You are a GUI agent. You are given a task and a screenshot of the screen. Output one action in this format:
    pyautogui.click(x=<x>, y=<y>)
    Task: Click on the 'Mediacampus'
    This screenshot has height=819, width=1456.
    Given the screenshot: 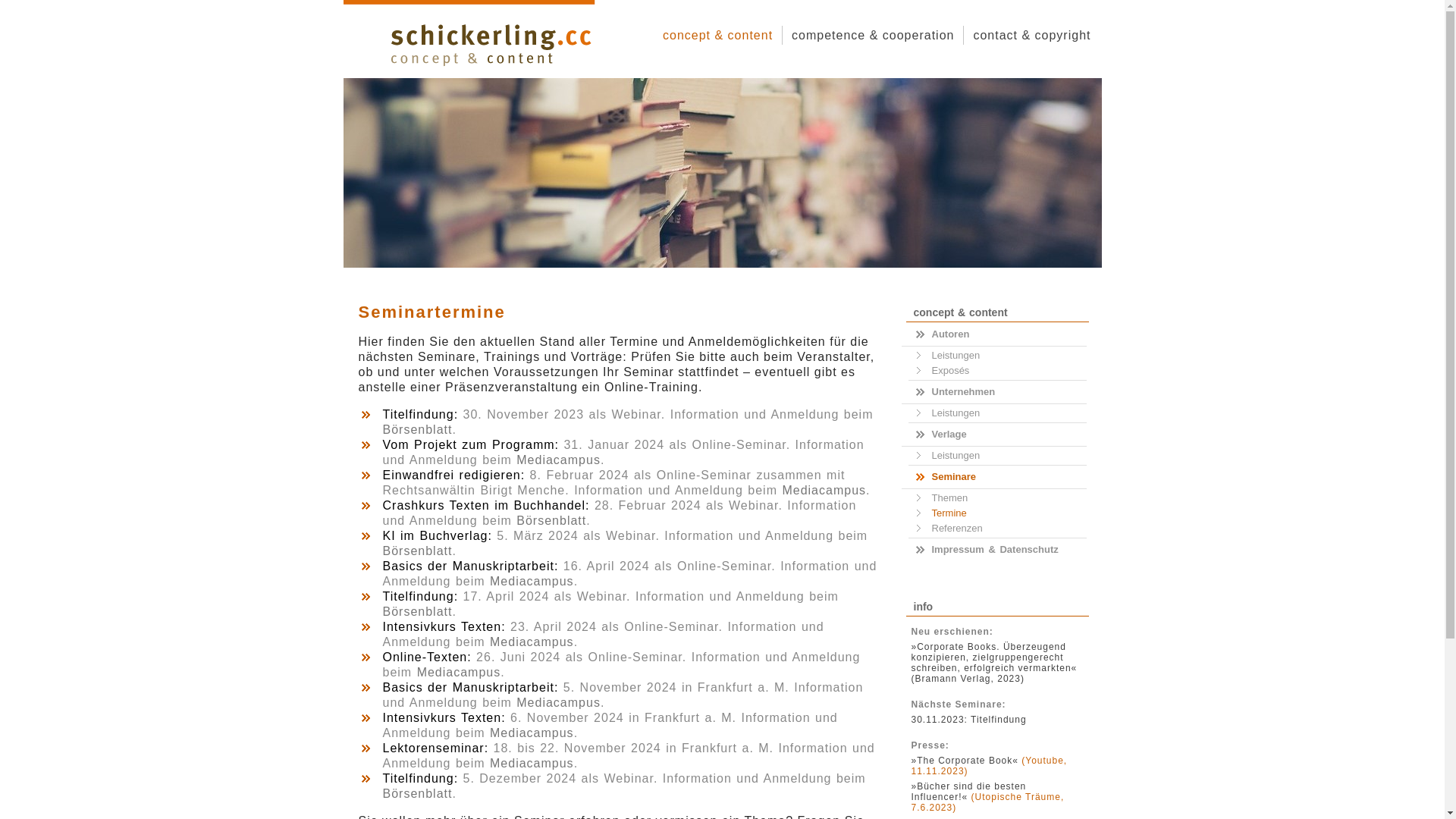 What is the action you would take?
    pyautogui.click(x=490, y=580)
    